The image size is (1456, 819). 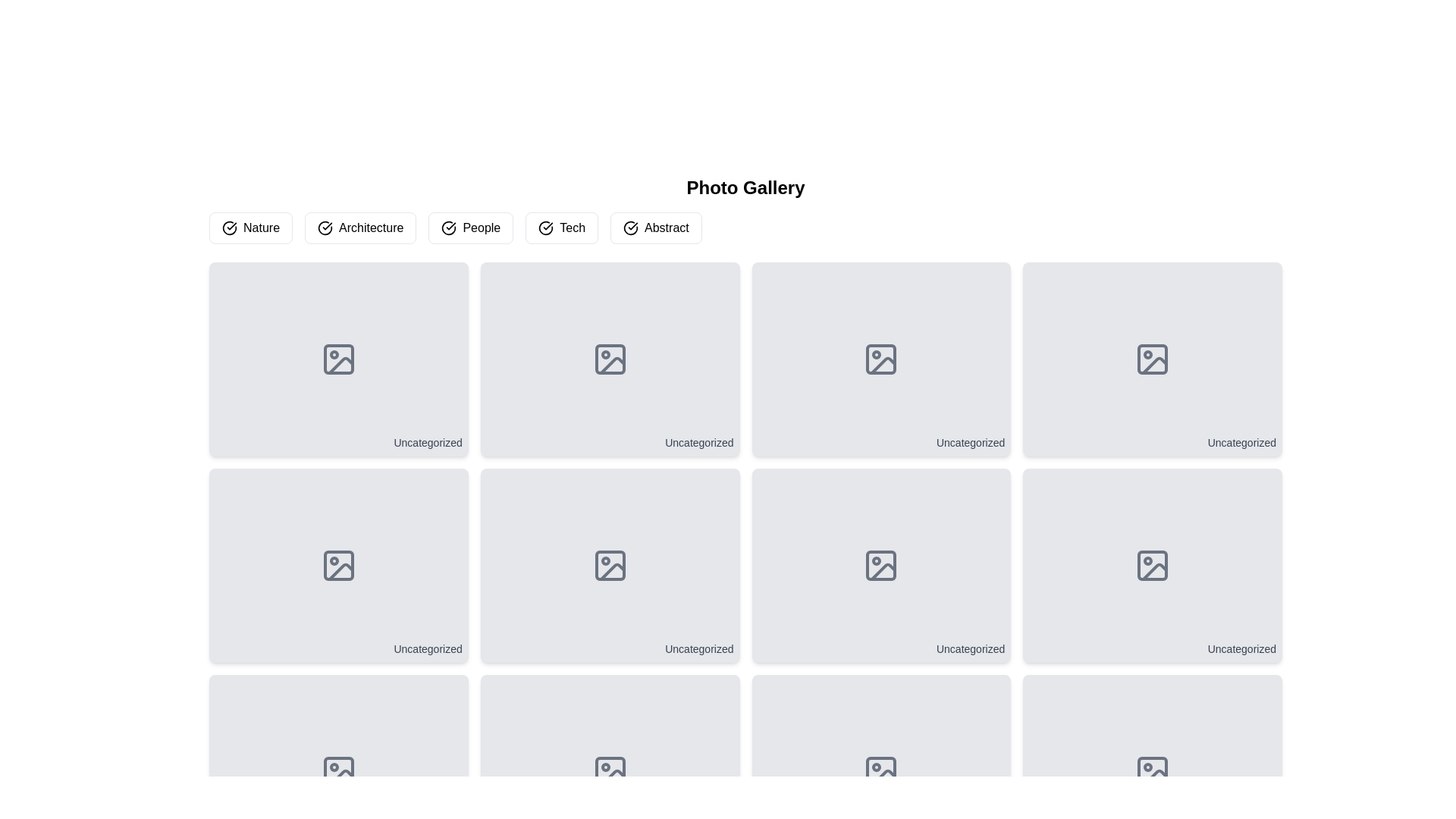 I want to click on the 'Nature' button, which is the first in a set of horizontally aligned buttons with a white background and a dark circular checkmark icon, so click(x=251, y=227).